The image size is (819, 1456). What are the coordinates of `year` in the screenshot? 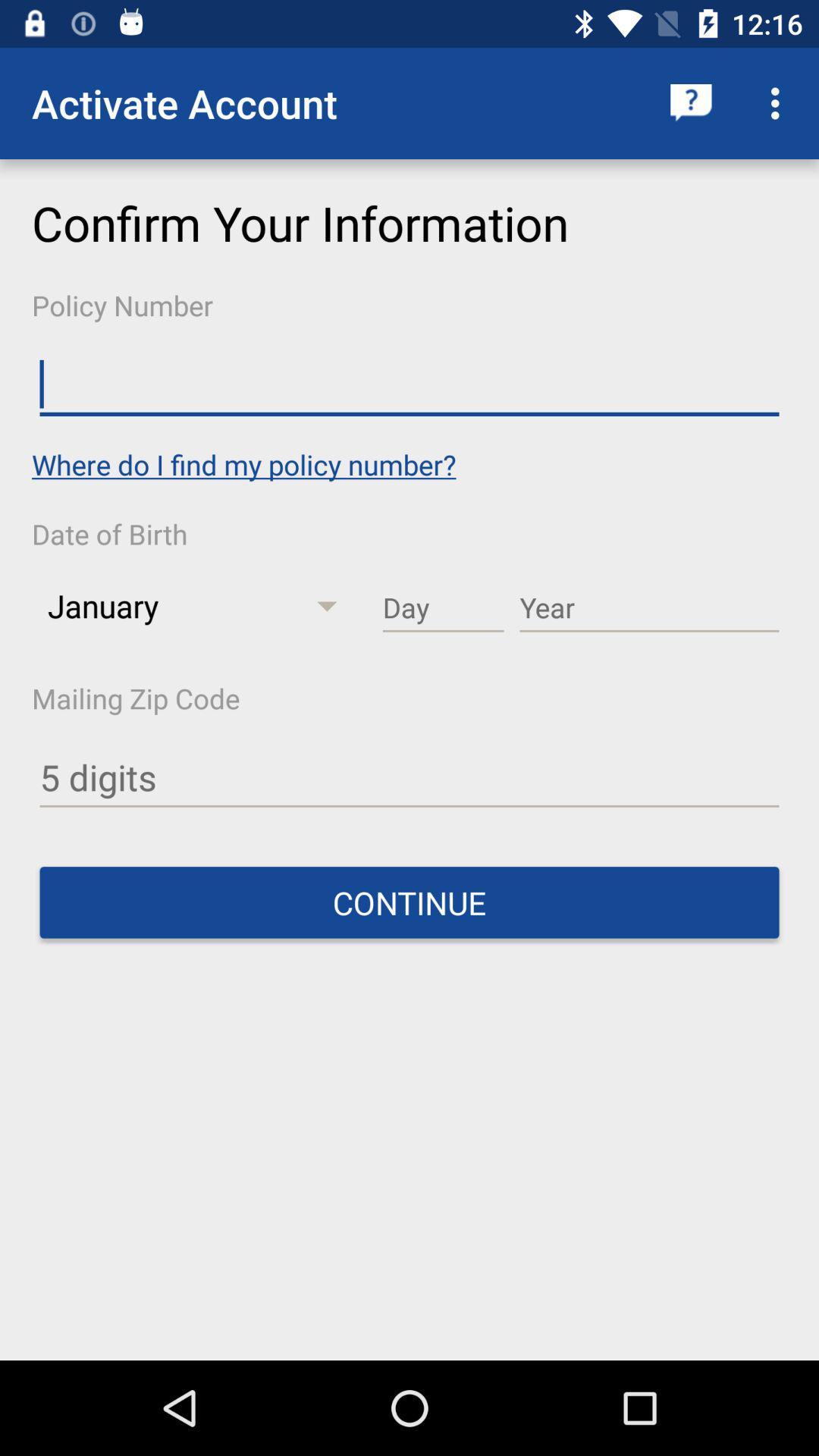 It's located at (648, 608).